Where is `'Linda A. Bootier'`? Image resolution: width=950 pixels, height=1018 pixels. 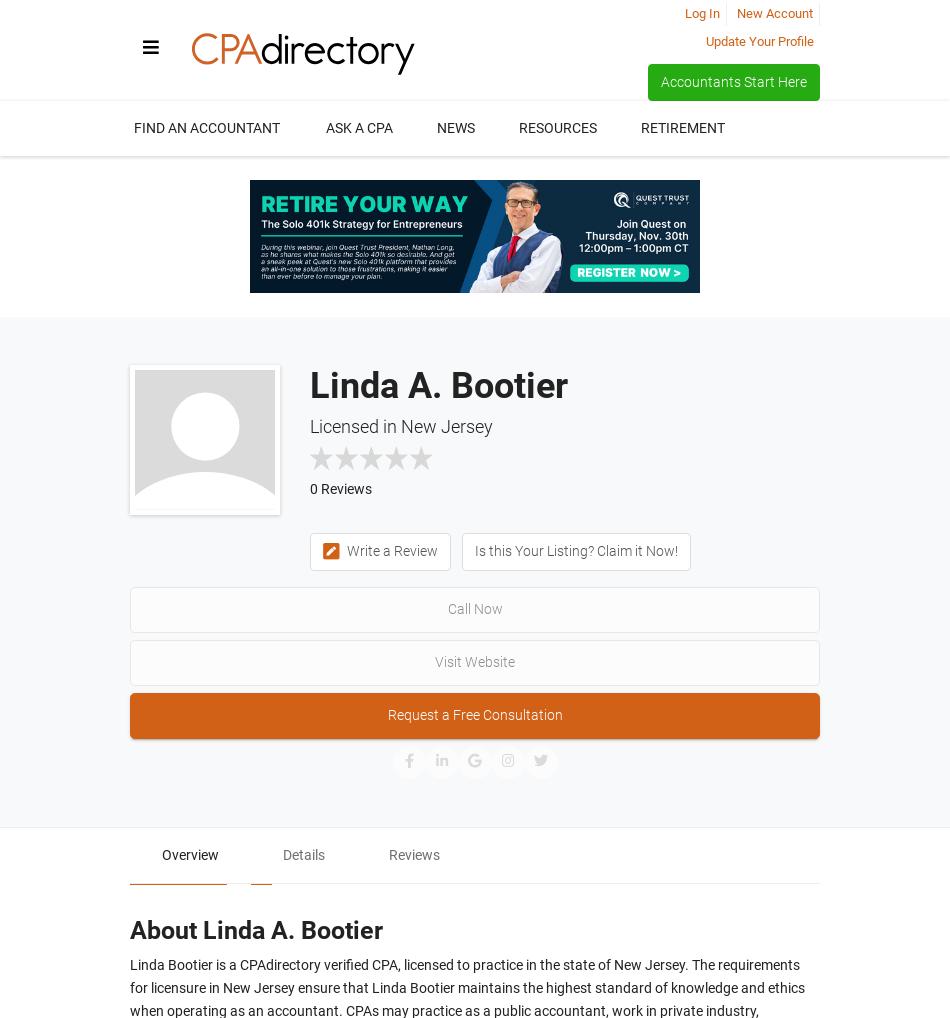 'Linda A. Bootier' is located at coordinates (437, 385).